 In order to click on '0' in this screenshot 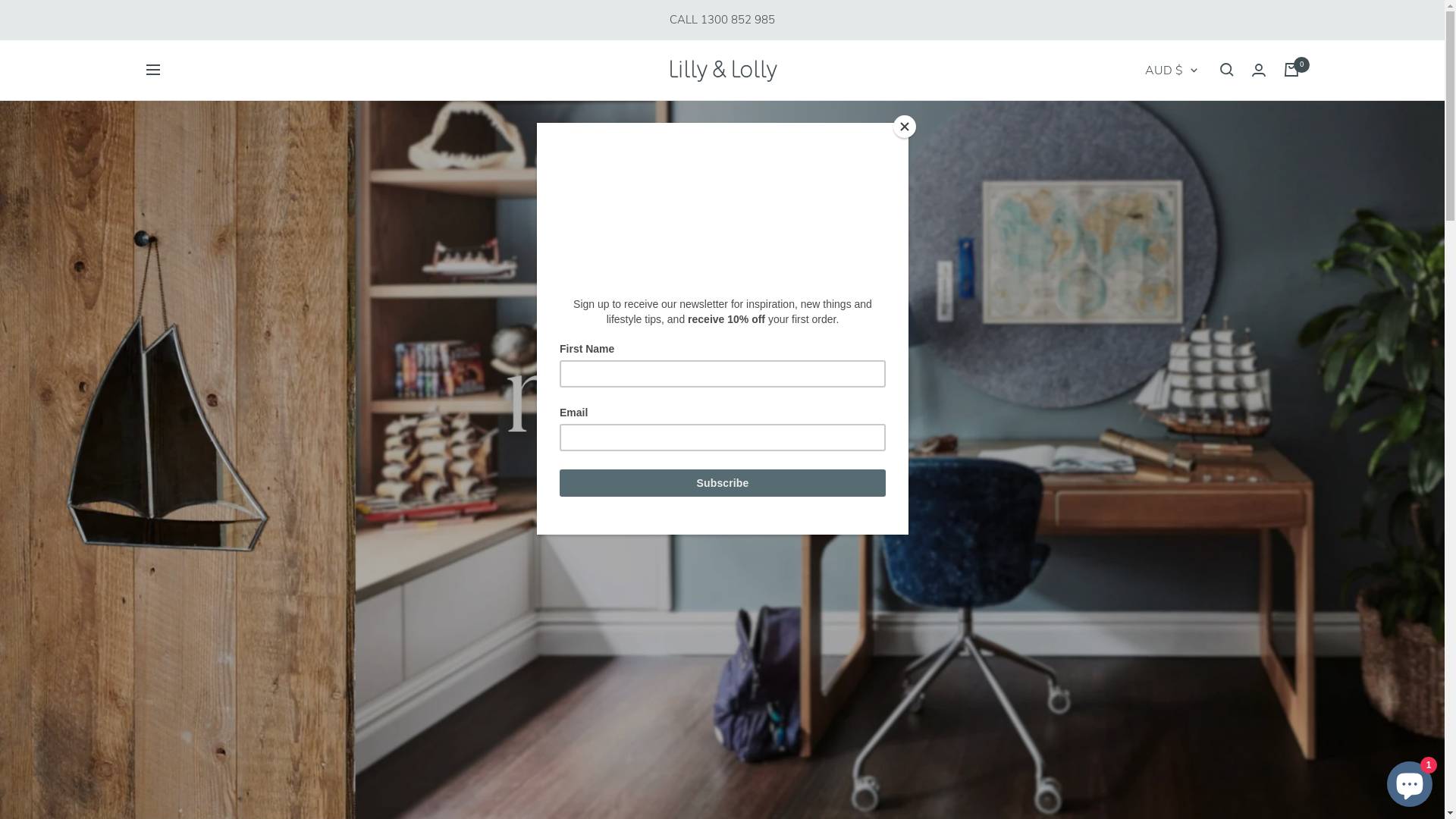, I will do `click(1290, 70)`.